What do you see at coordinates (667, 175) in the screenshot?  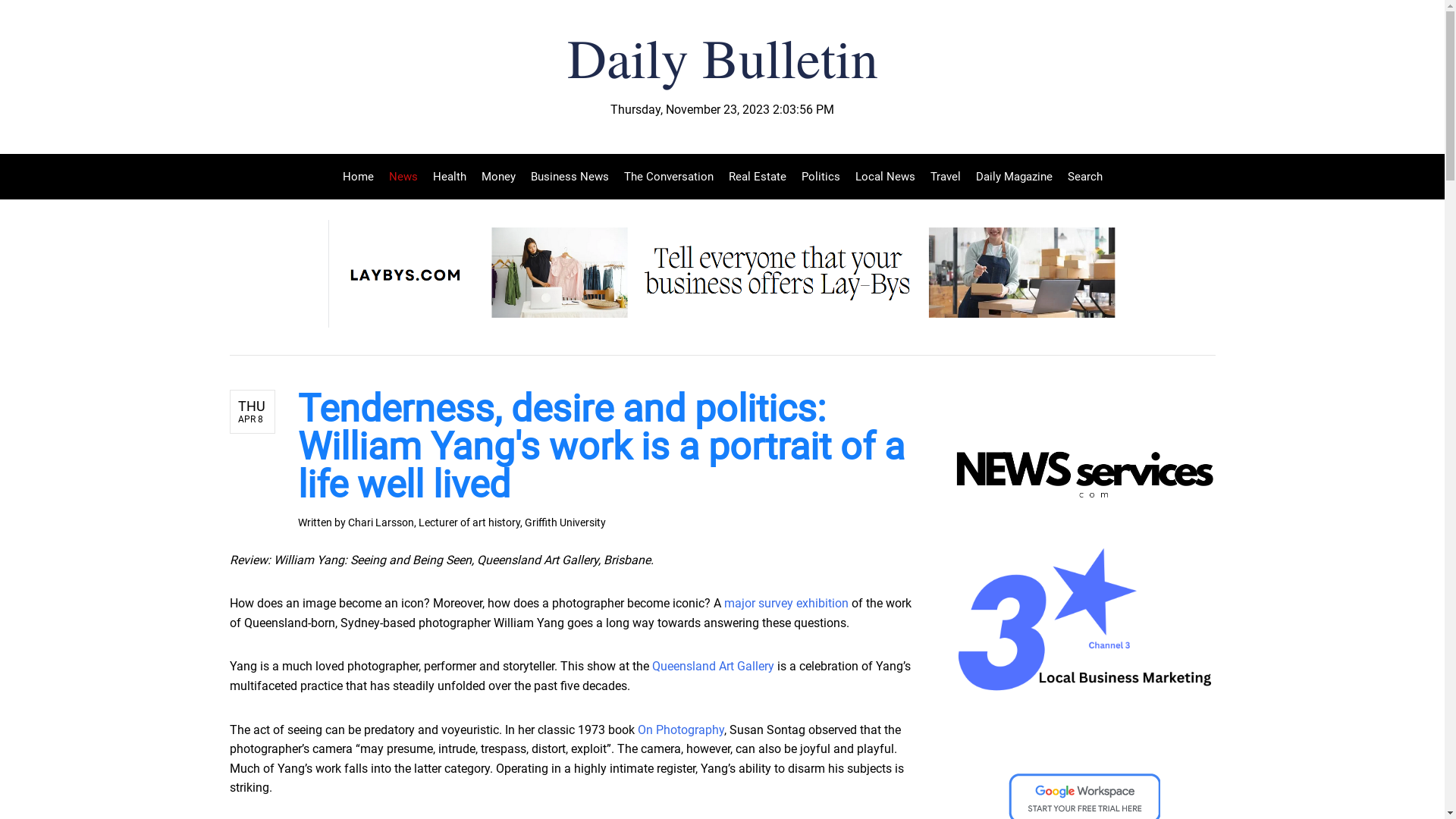 I see `'The Conversation'` at bounding box center [667, 175].